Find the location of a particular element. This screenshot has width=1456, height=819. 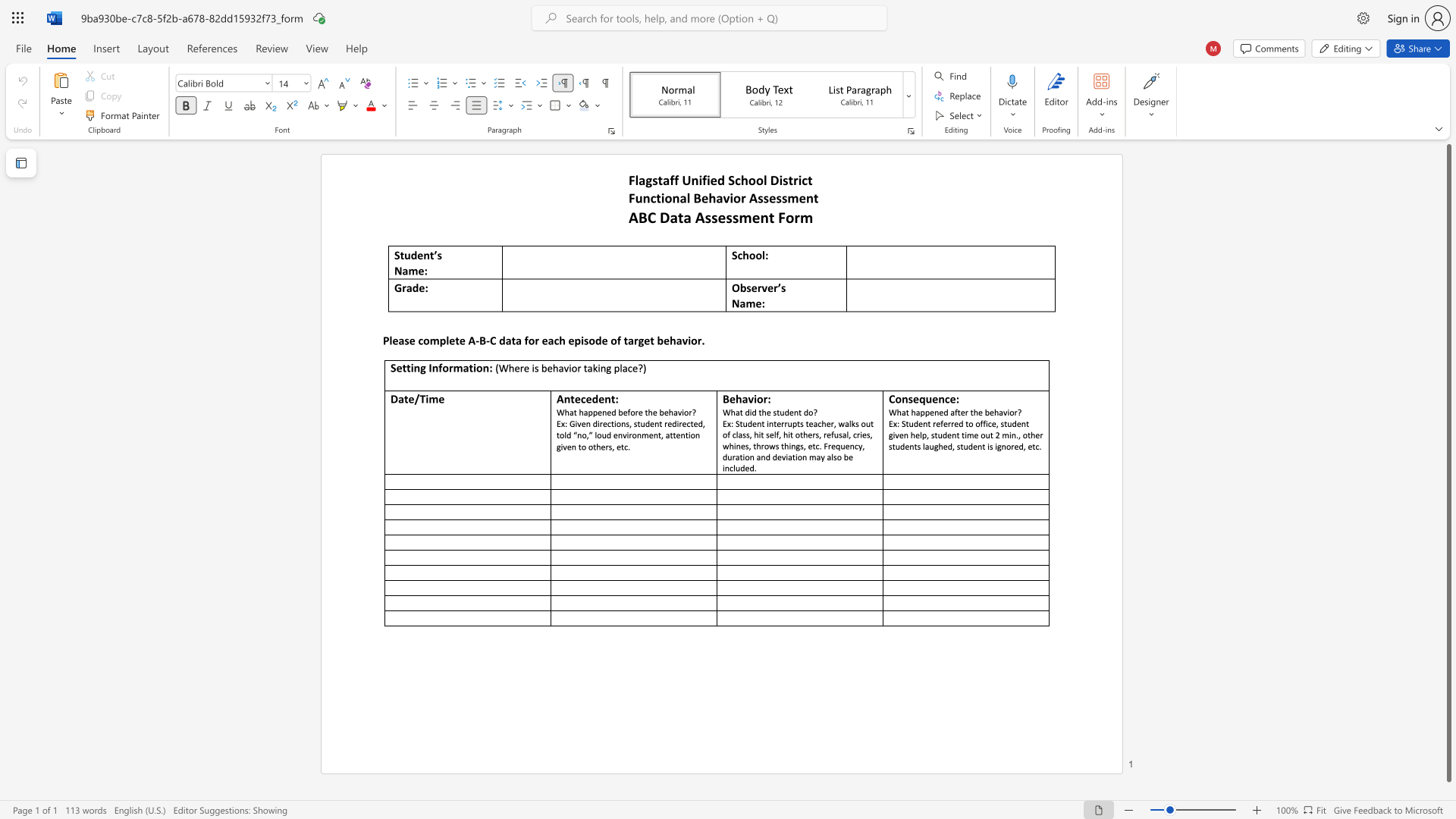

the subset text ", walks out" within the text "Ex: Student interrupts teacher, walks out of class, hit self, hit others, refusal, cries, whine" is located at coordinates (833, 423).